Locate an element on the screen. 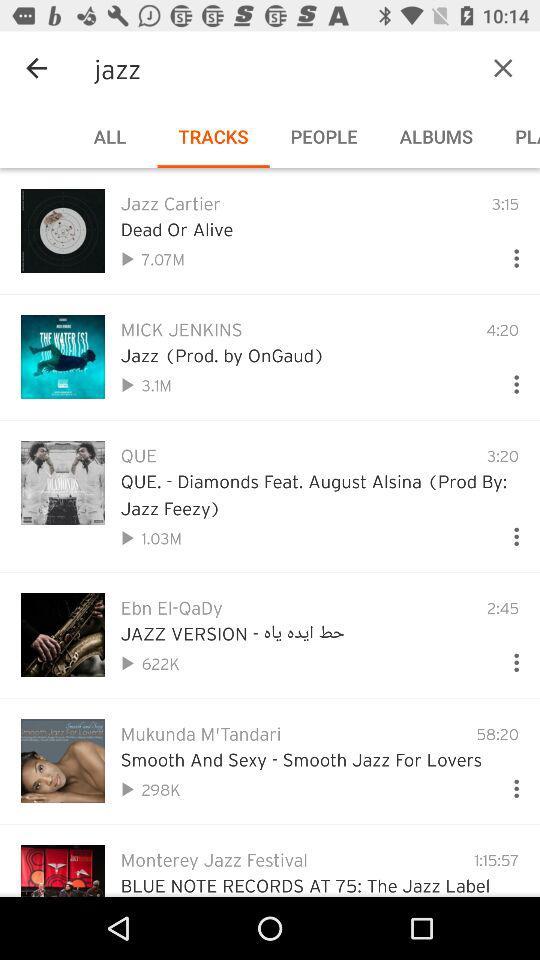 This screenshot has width=540, height=960. exit search is located at coordinates (502, 68).